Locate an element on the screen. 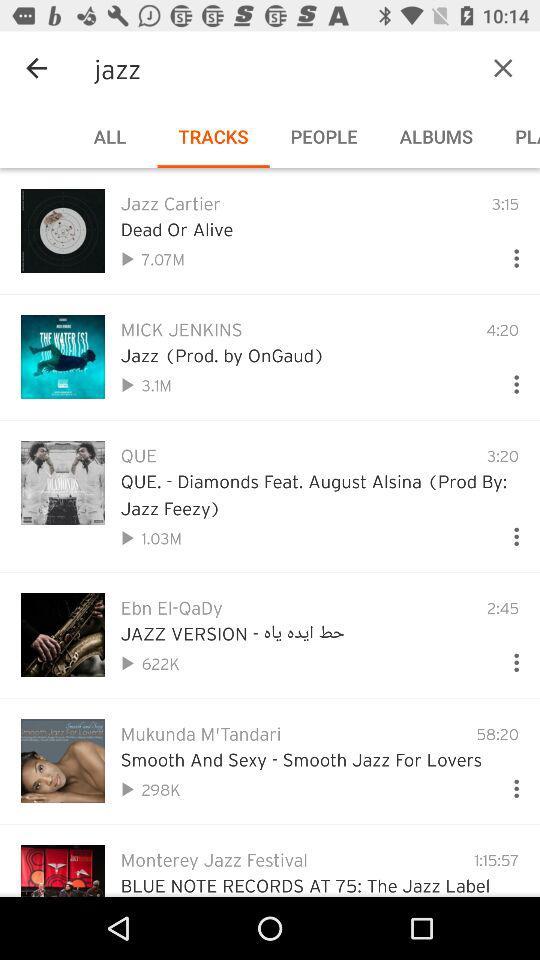 This screenshot has width=540, height=960. exit search is located at coordinates (502, 68).